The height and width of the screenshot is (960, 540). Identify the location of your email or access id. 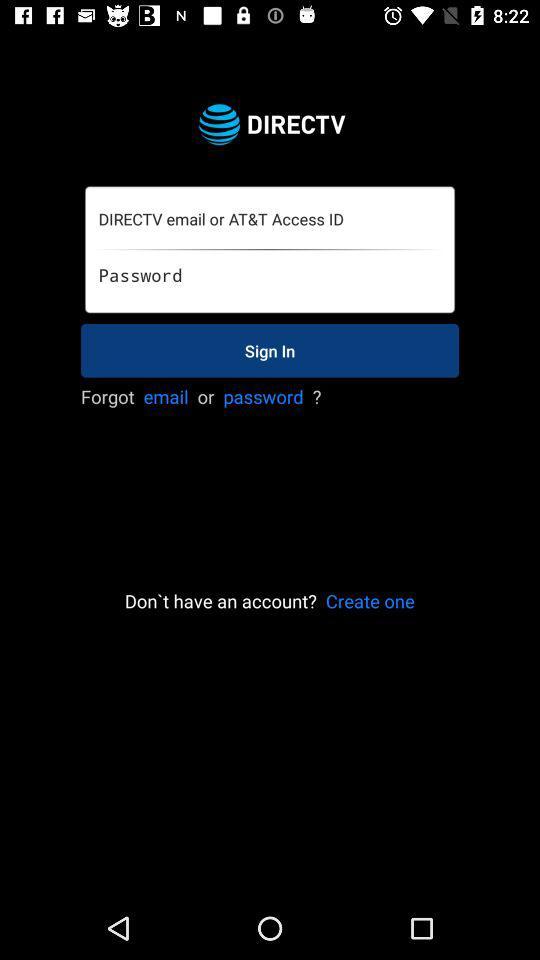
(269, 219).